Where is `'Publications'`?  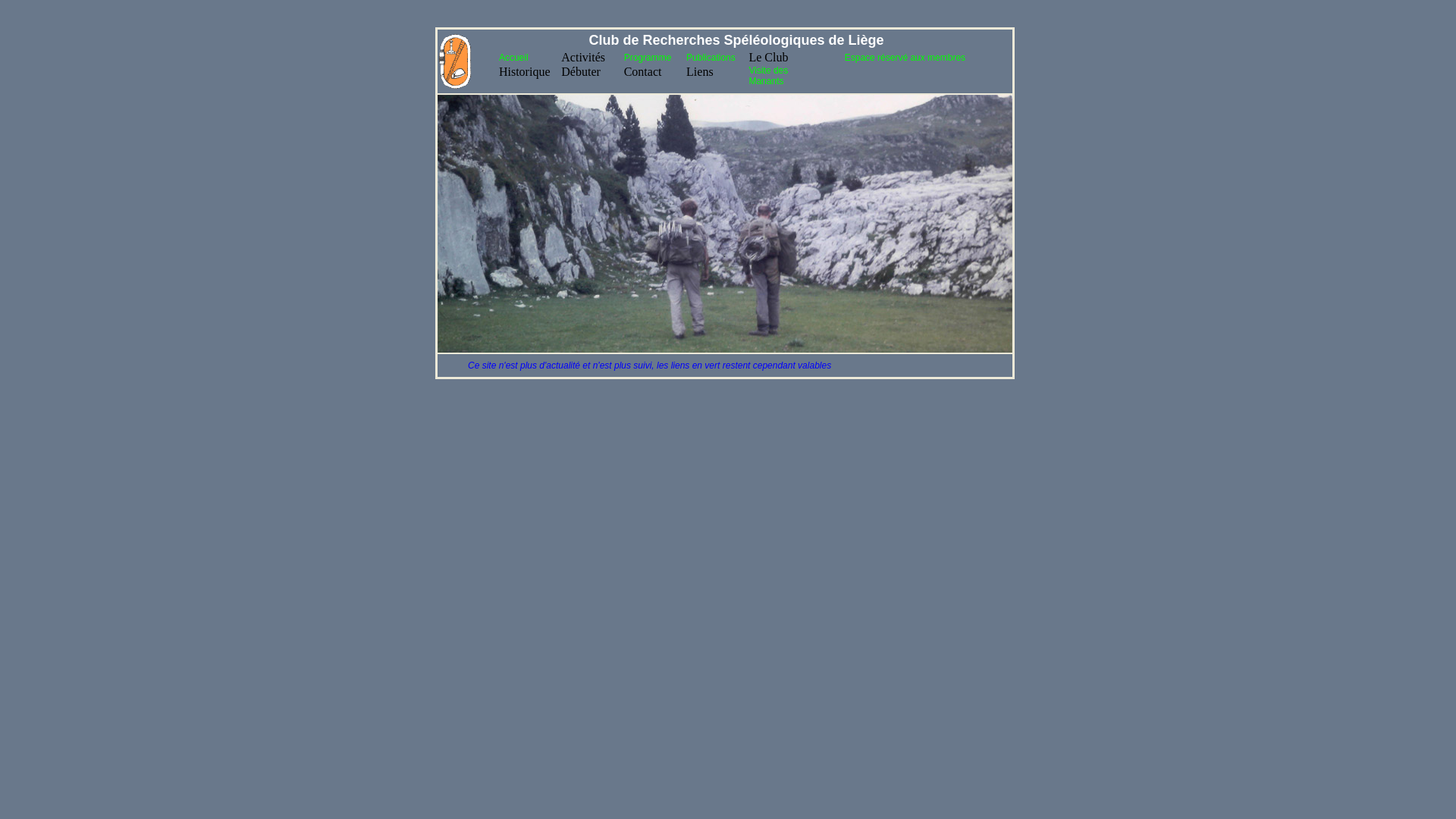 'Publications' is located at coordinates (710, 57).